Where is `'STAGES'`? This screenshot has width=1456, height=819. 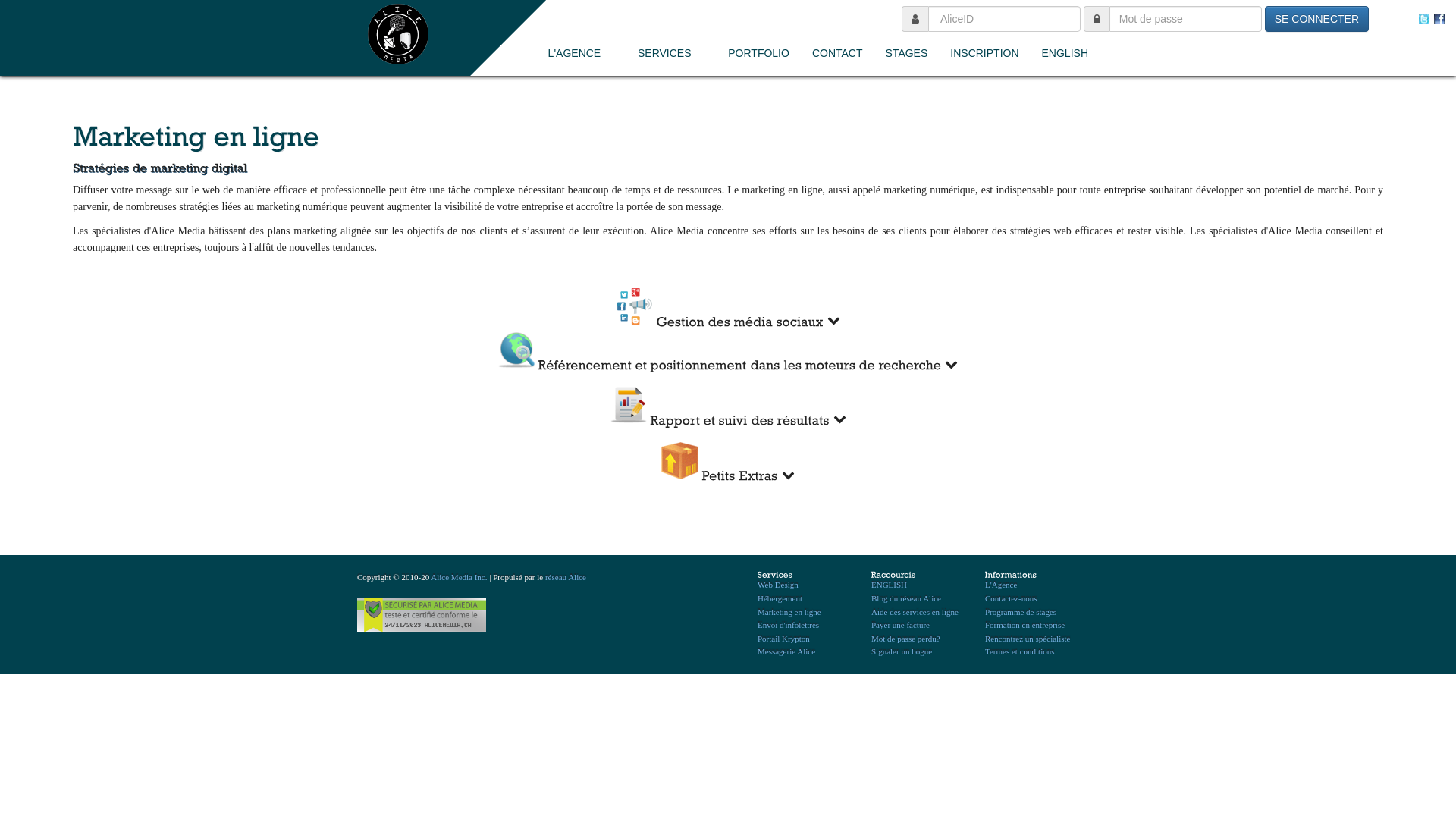
'STAGES' is located at coordinates (906, 52).